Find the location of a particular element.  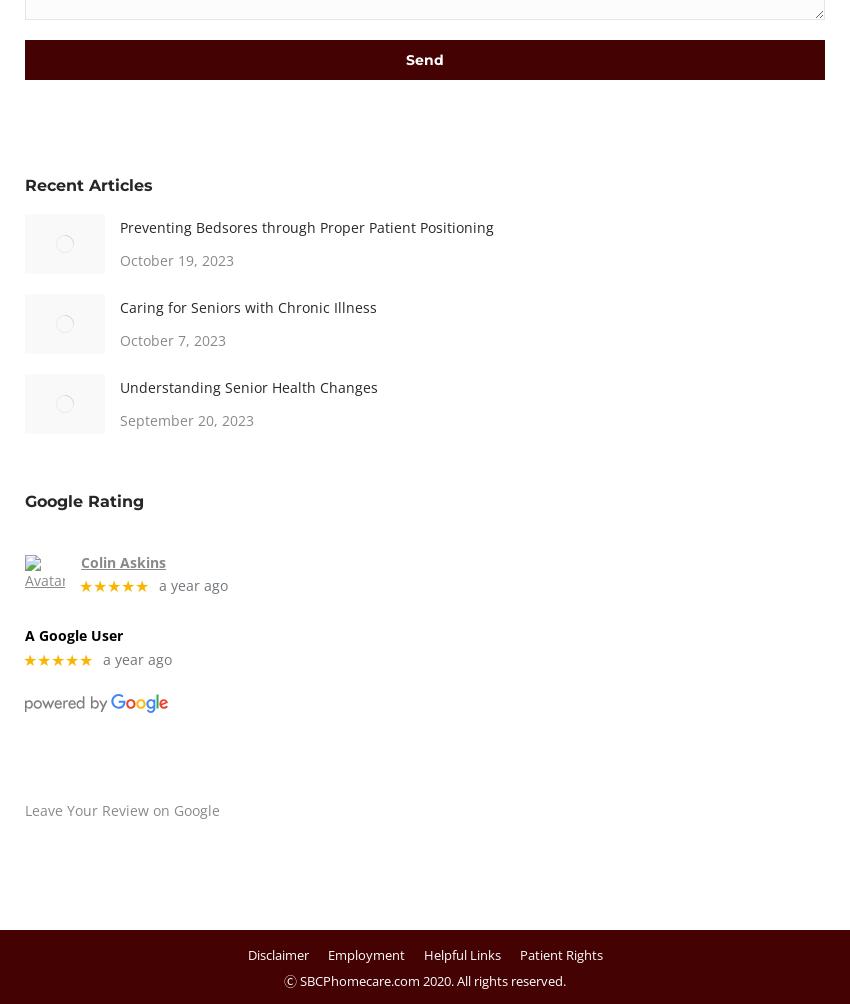

'Ⓒ SBCPhomecare.com 2020. All rights reserved.' is located at coordinates (425, 979).